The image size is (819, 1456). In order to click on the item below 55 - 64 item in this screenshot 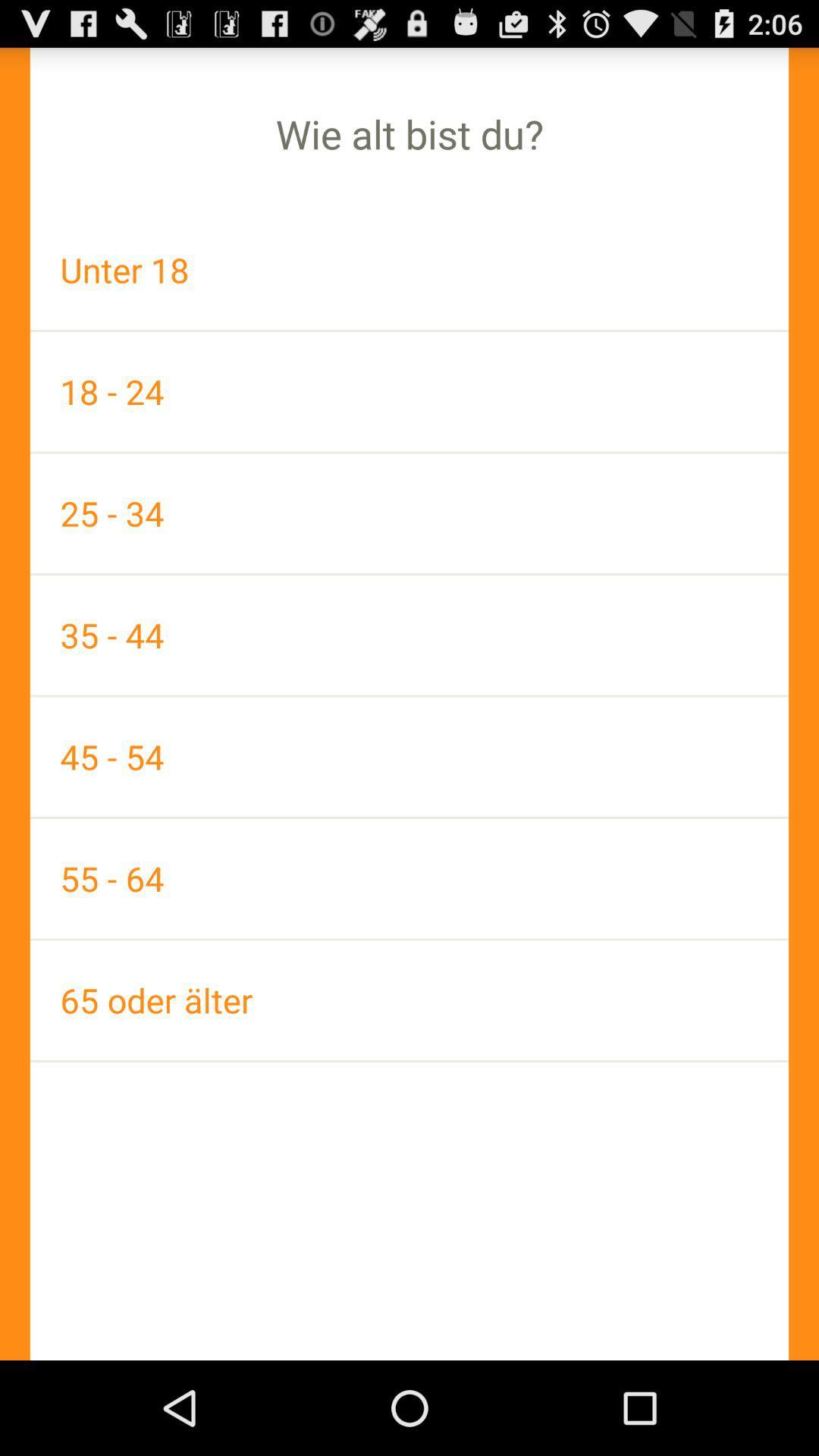, I will do `click(409, 1000)`.